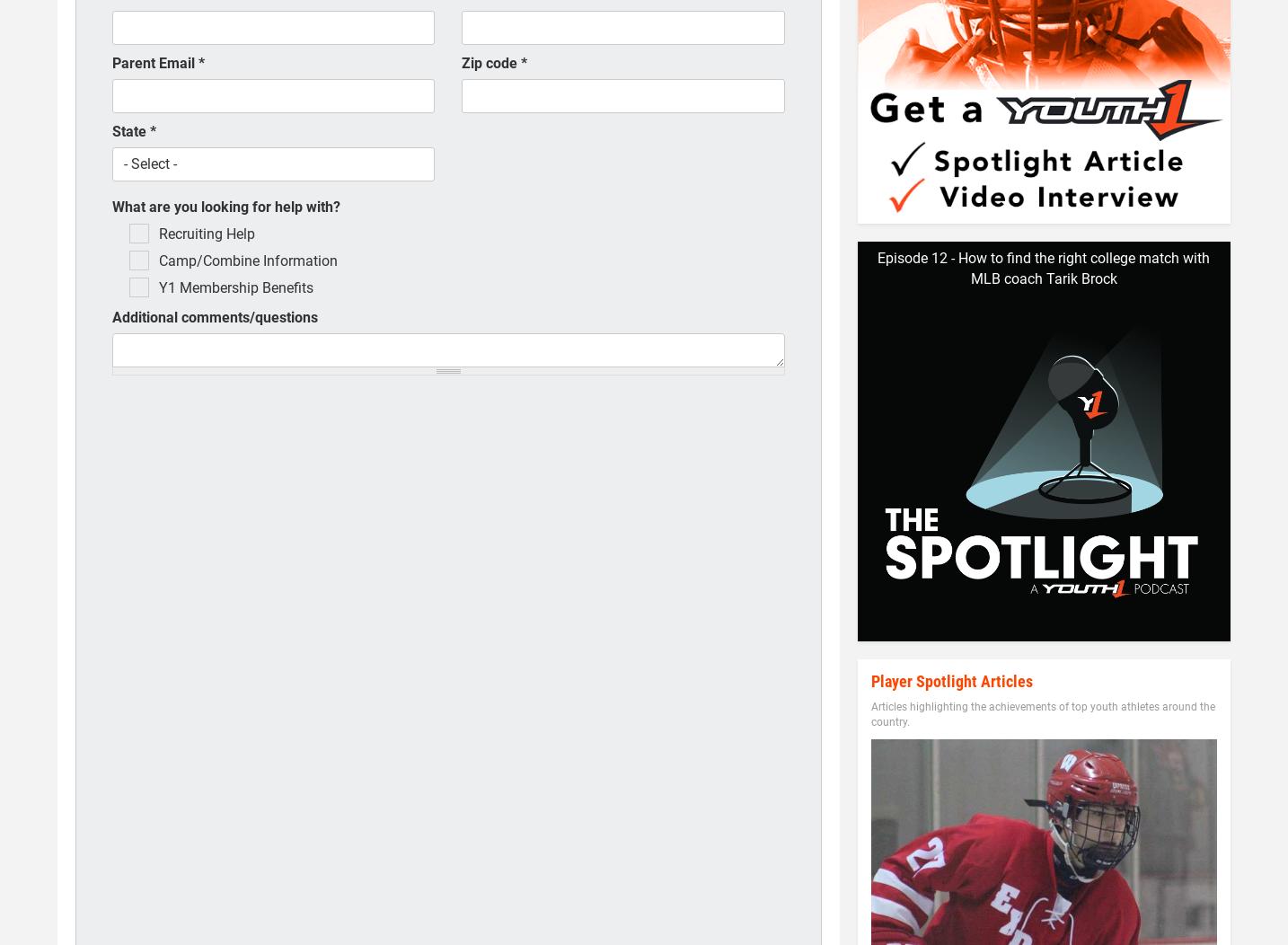 This screenshot has height=945, width=1288. Describe the element at coordinates (1043, 268) in the screenshot. I see `'Episode 12 - How to find the right college match with MLB coach Tarik Brock'` at that location.